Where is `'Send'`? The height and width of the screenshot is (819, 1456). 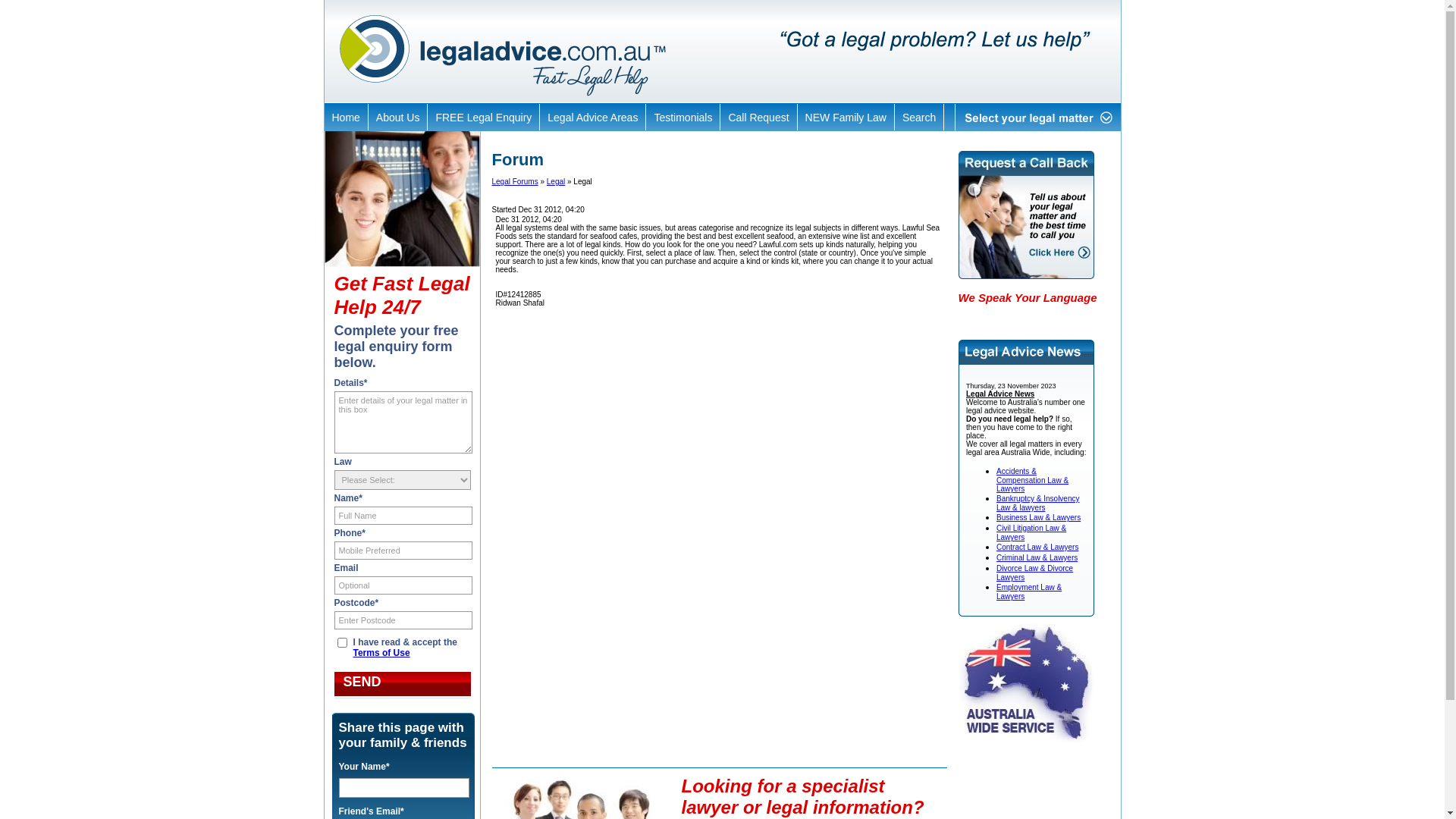
'Send' is located at coordinates (401, 685).